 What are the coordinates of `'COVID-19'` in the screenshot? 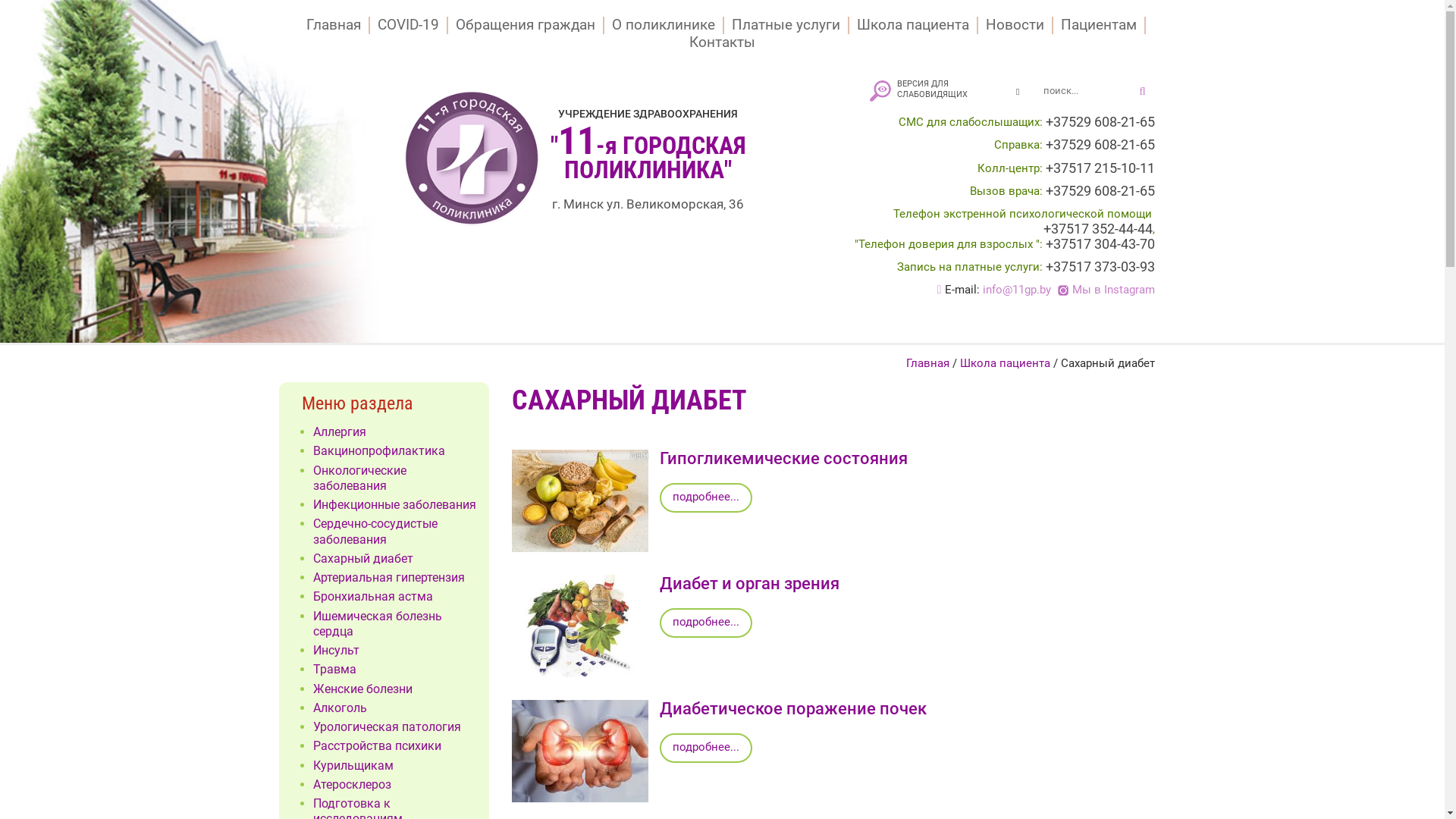 It's located at (409, 25).